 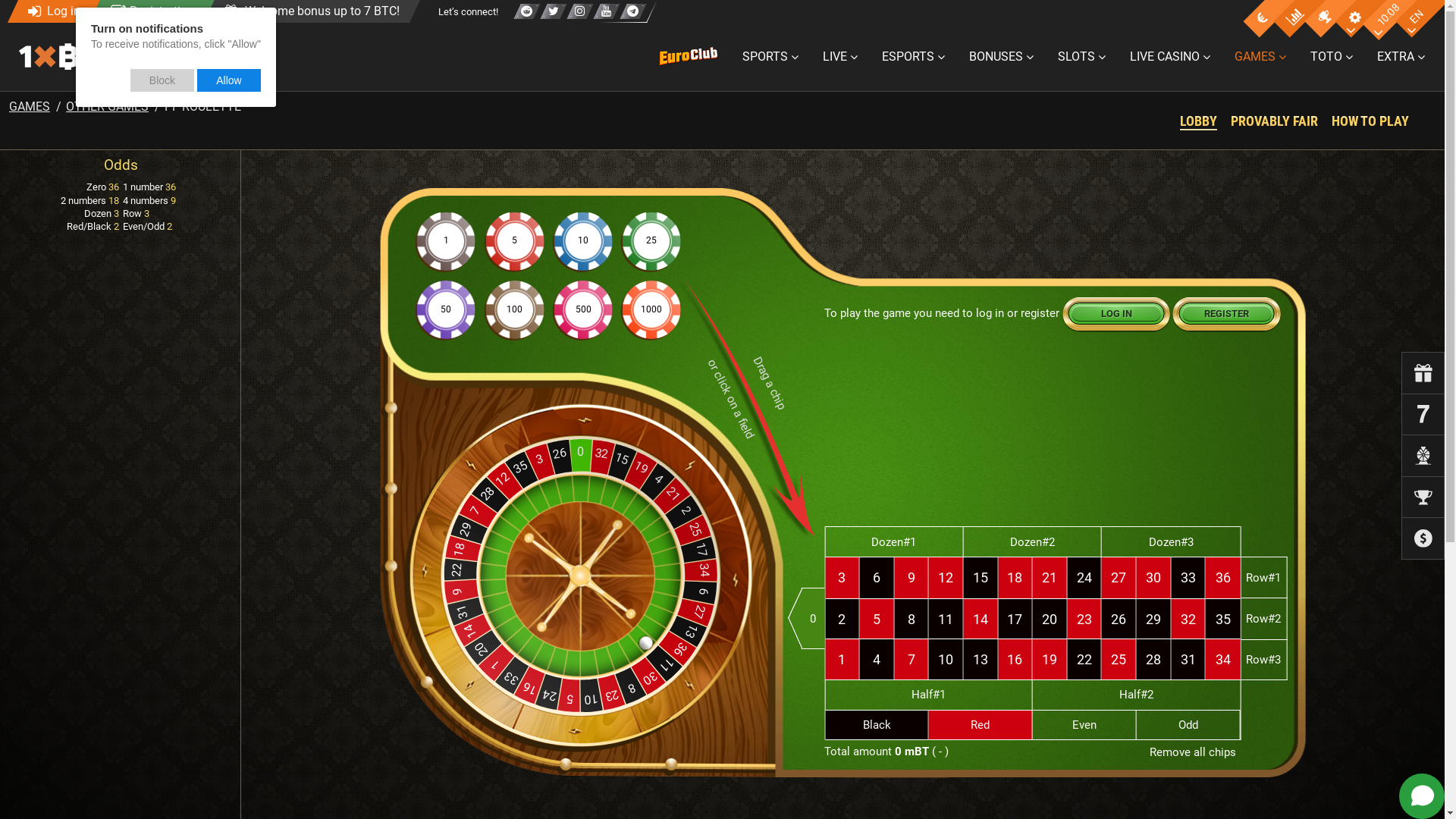 I want to click on 'SLOTS', so click(x=1081, y=55).